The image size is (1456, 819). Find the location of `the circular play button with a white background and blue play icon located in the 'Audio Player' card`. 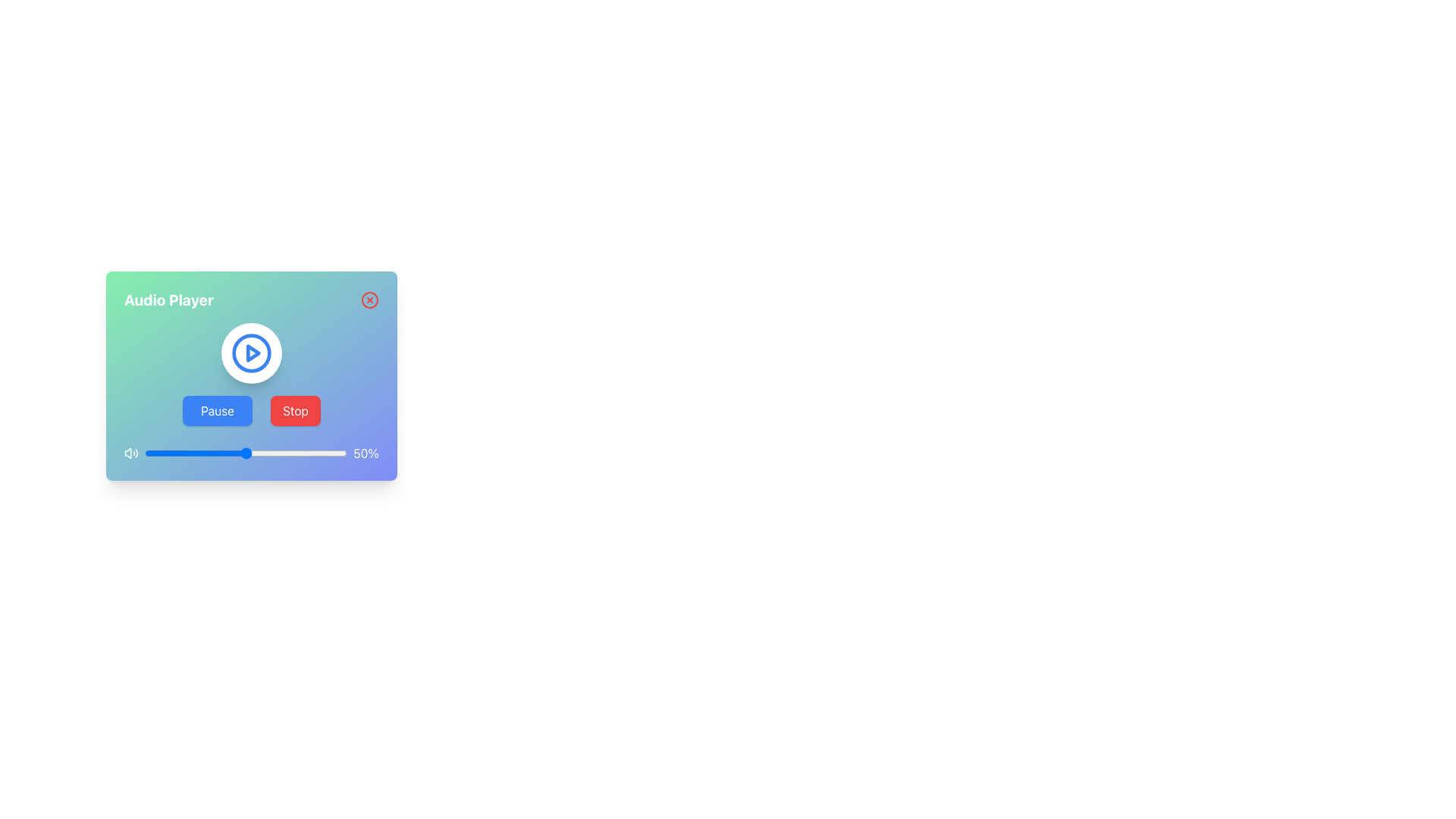

the circular play button with a white background and blue play icon located in the 'Audio Player' card is located at coordinates (251, 353).